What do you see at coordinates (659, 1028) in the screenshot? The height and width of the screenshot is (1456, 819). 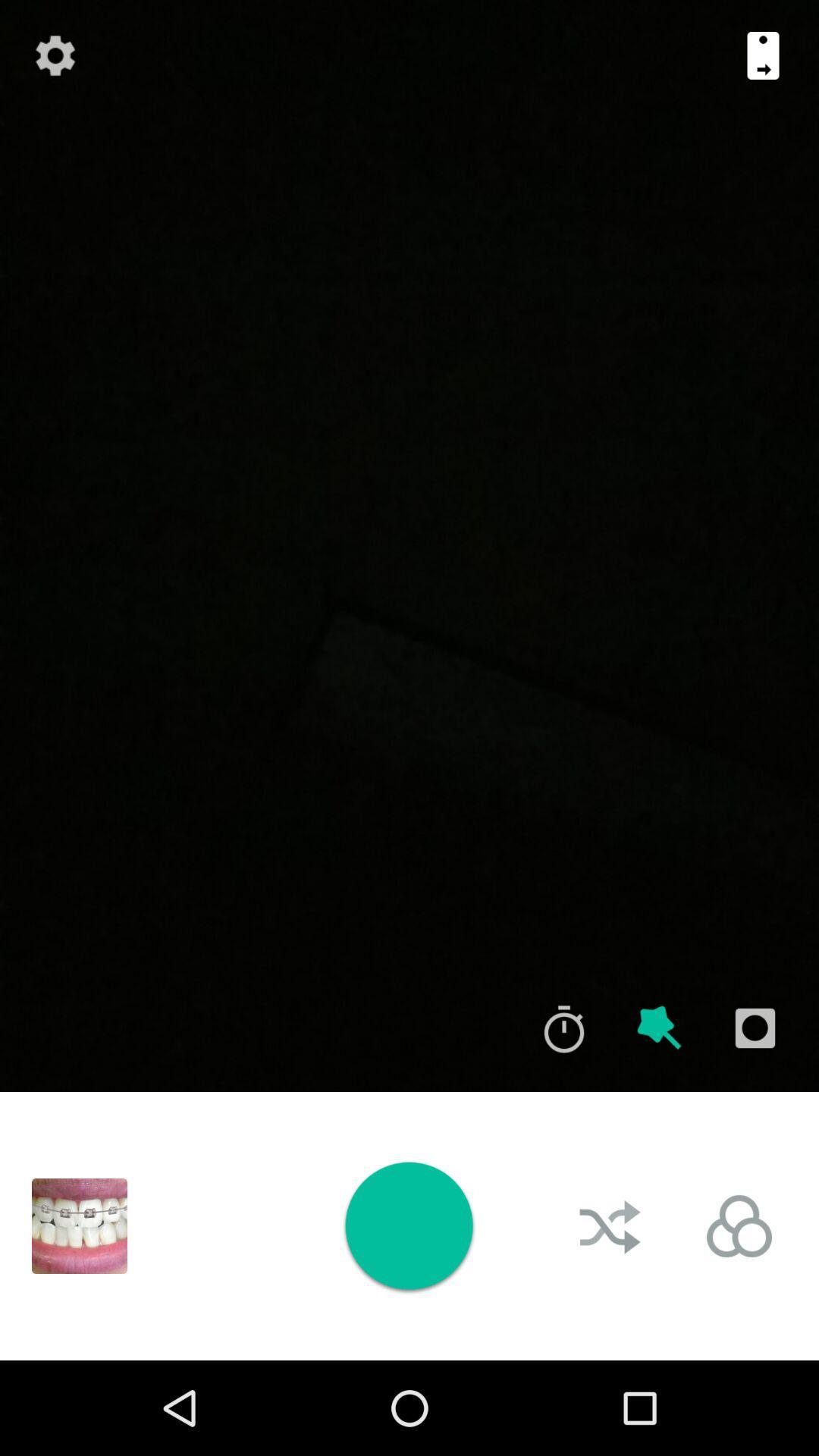 I see `as favorite` at bounding box center [659, 1028].